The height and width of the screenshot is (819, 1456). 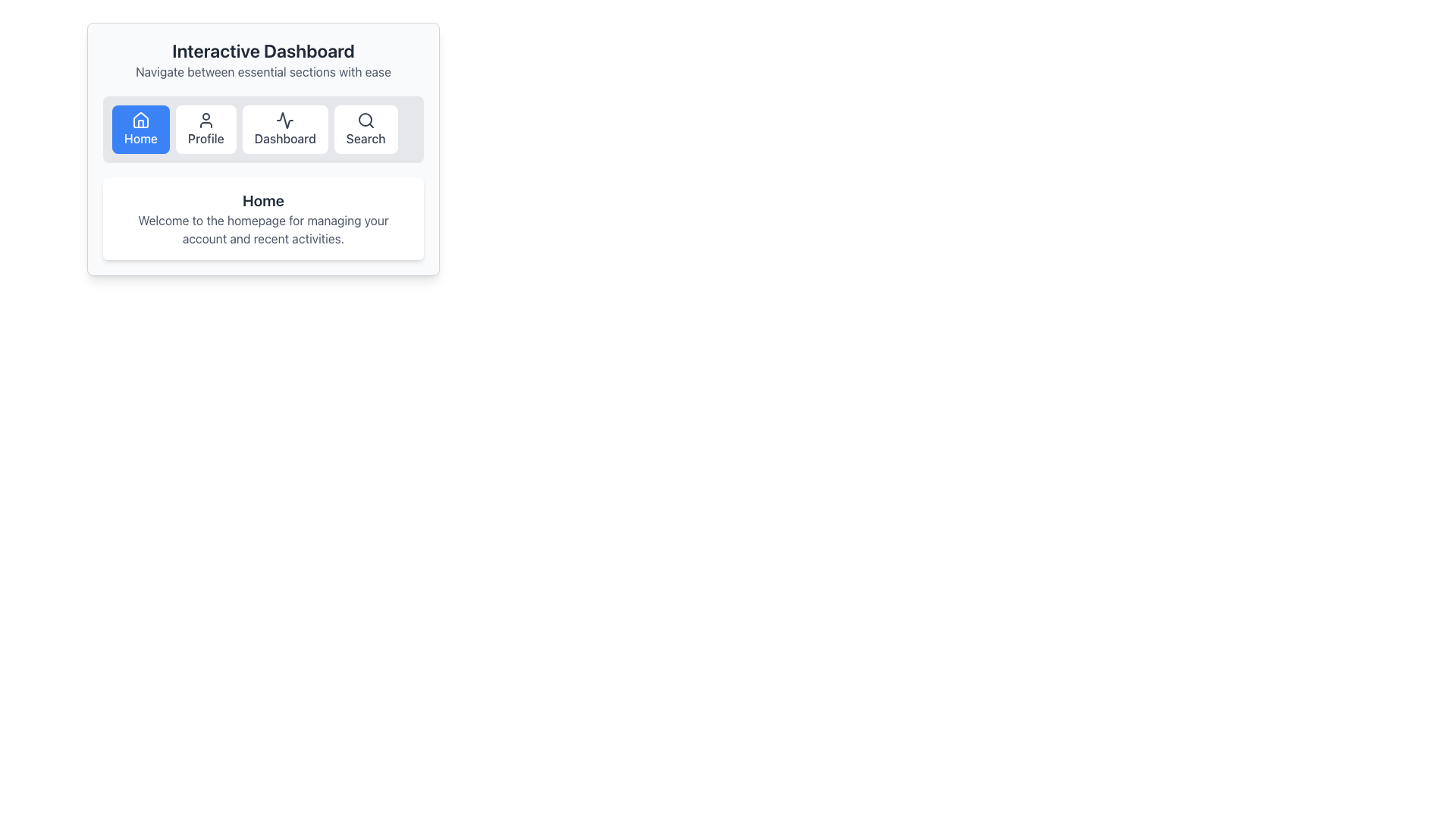 I want to click on the blue rectangular 'Home' button with rounded corners, so click(x=141, y=128).